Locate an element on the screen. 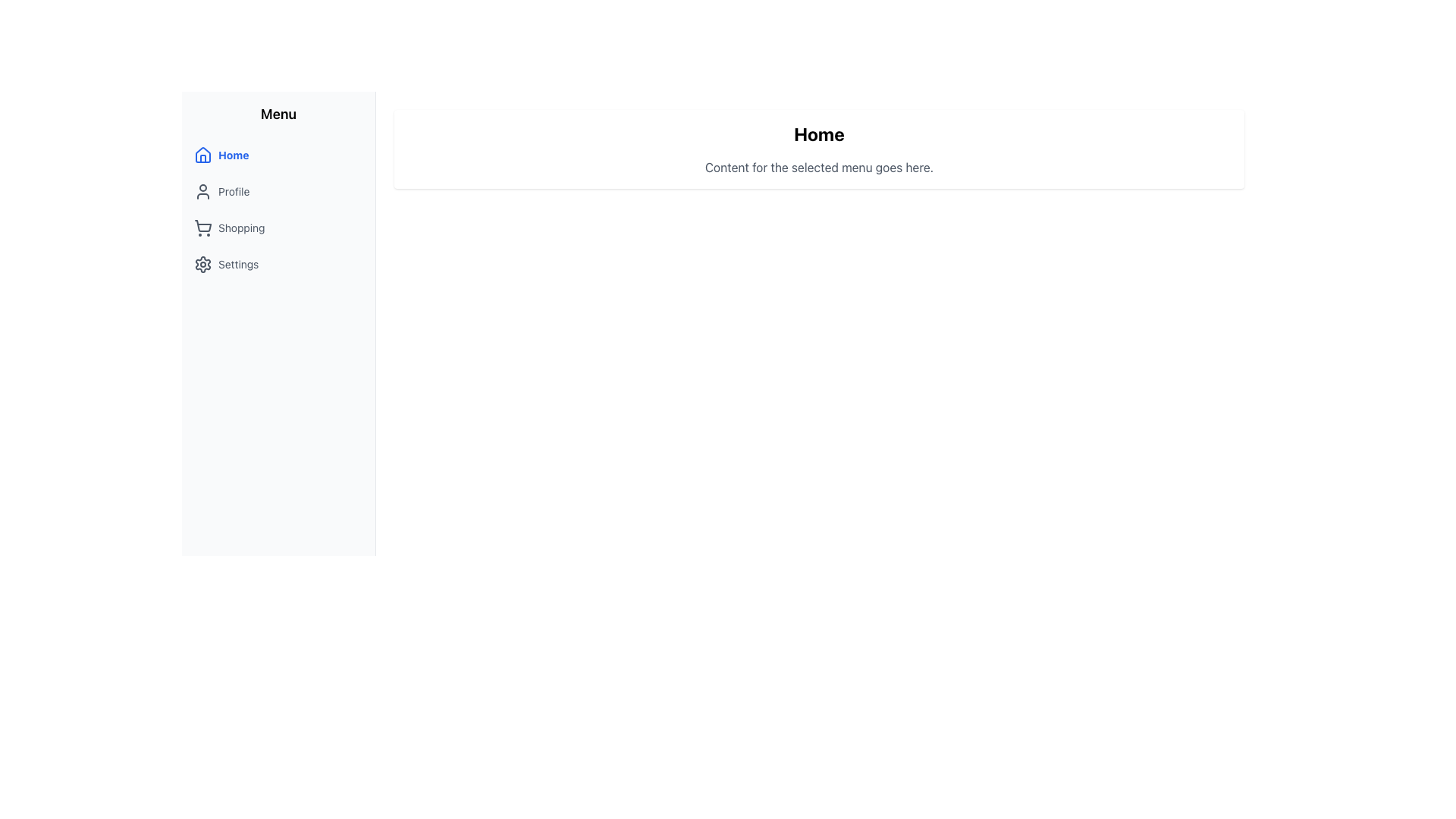 The width and height of the screenshot is (1456, 819). the 'Settings' text label located in the vertical sidebar menu, which is the last clickable label beneath the 'Shopping' item is located at coordinates (237, 263).